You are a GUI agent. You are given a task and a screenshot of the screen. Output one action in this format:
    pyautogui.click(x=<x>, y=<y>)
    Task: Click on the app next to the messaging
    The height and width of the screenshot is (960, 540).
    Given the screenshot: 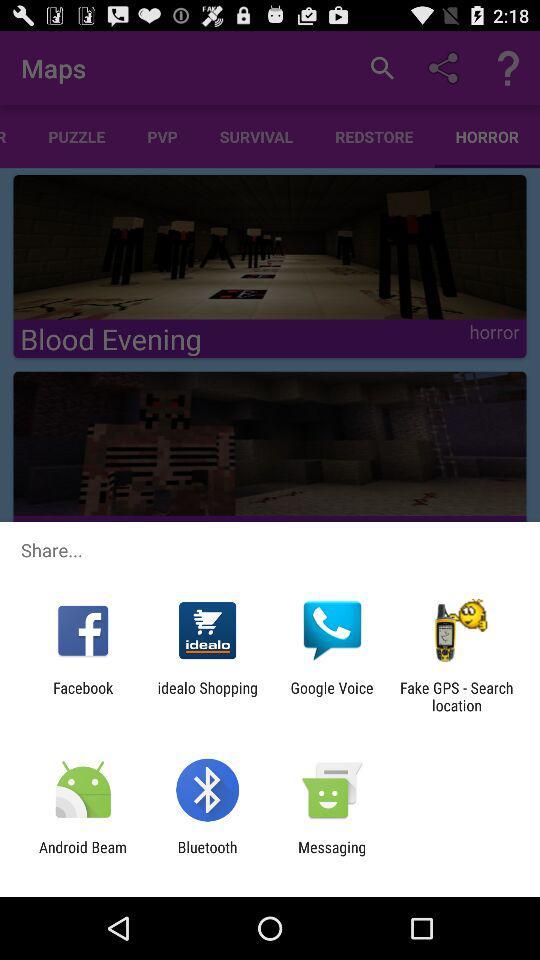 What is the action you would take?
    pyautogui.click(x=206, y=855)
    